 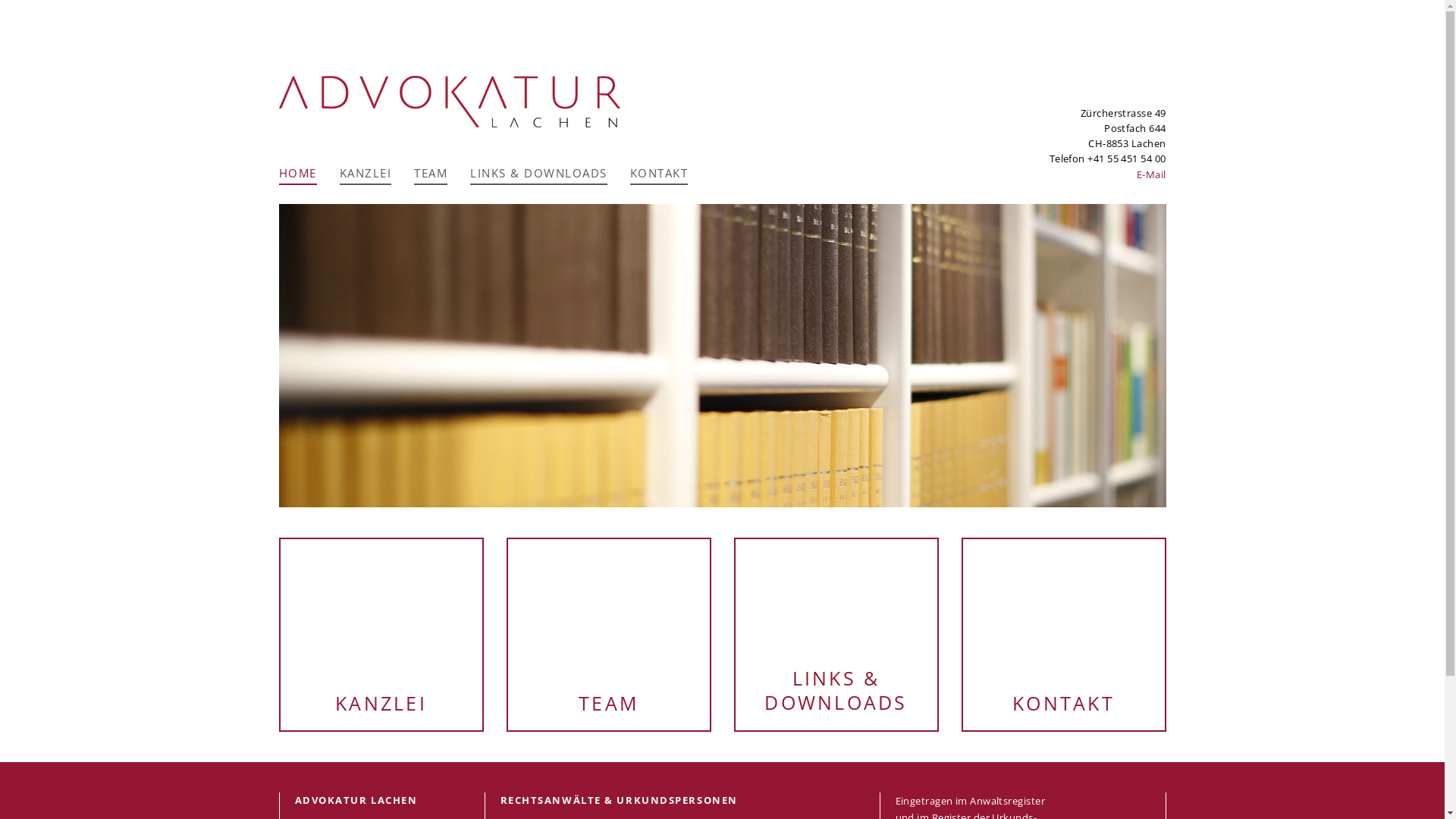 I want to click on 'KANZLEI', so click(x=381, y=634).